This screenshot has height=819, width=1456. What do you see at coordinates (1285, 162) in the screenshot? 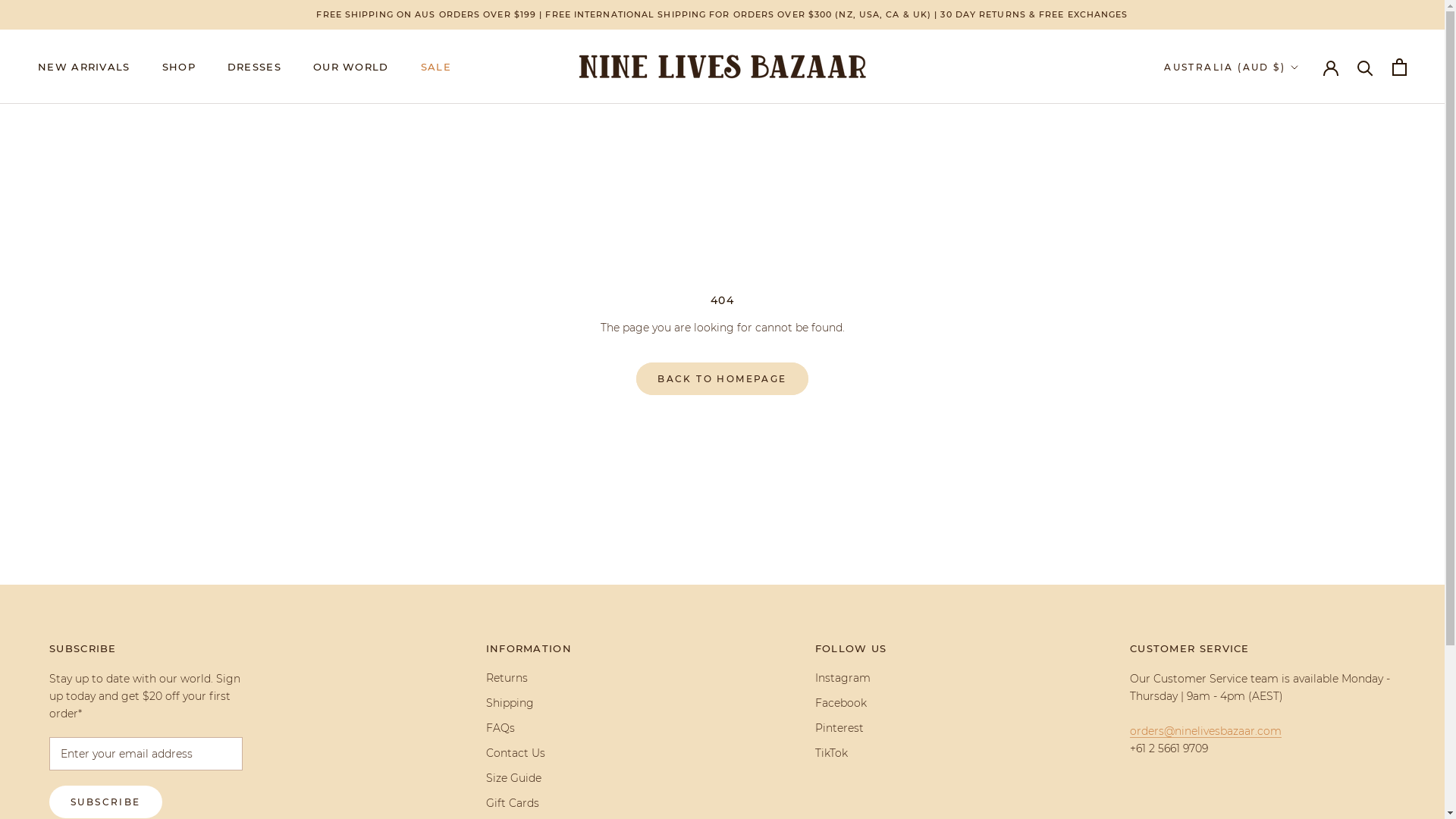
I see `'BE'` at bounding box center [1285, 162].